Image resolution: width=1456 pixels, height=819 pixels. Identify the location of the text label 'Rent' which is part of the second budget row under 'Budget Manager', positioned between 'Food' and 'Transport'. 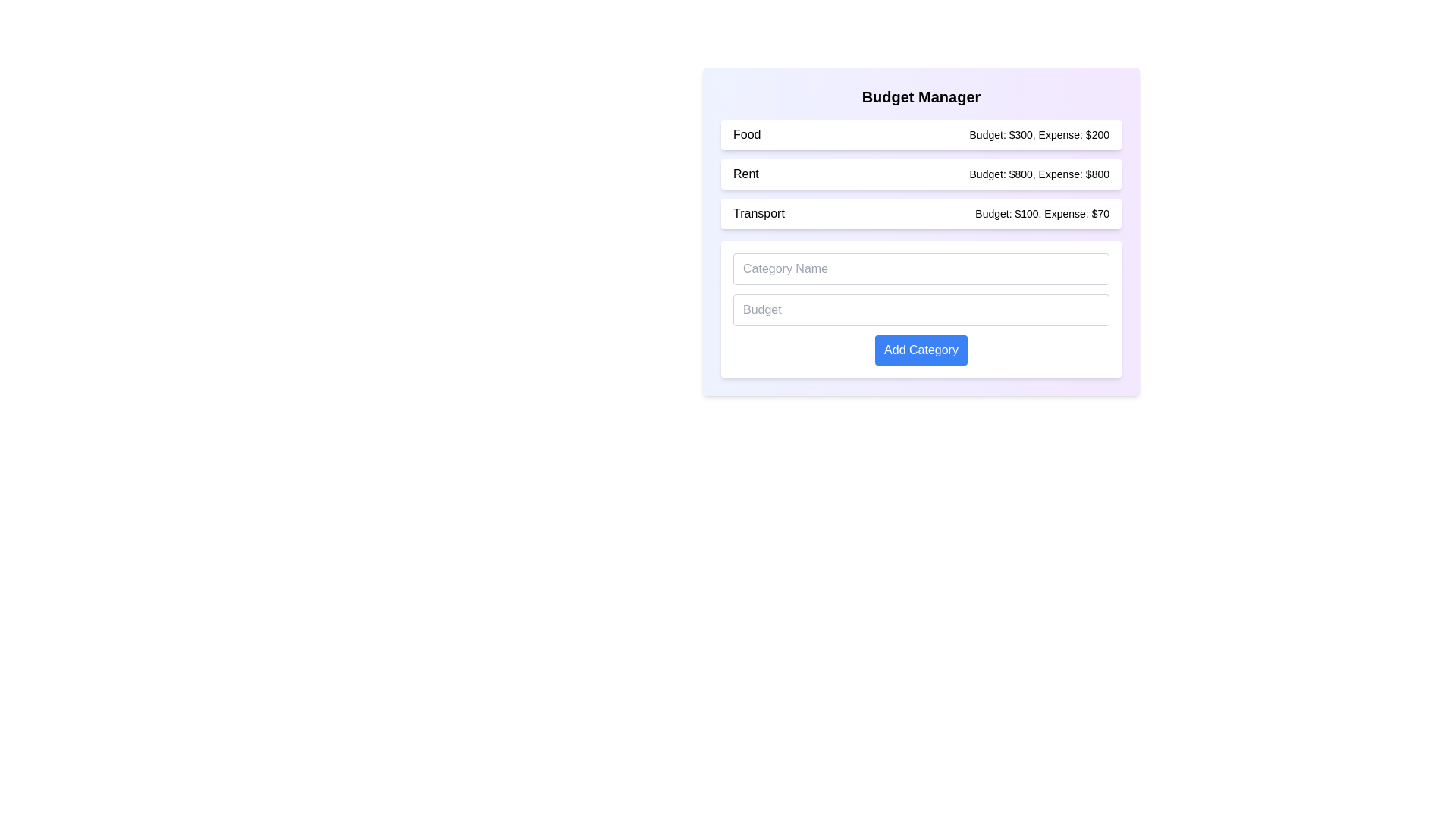
(745, 174).